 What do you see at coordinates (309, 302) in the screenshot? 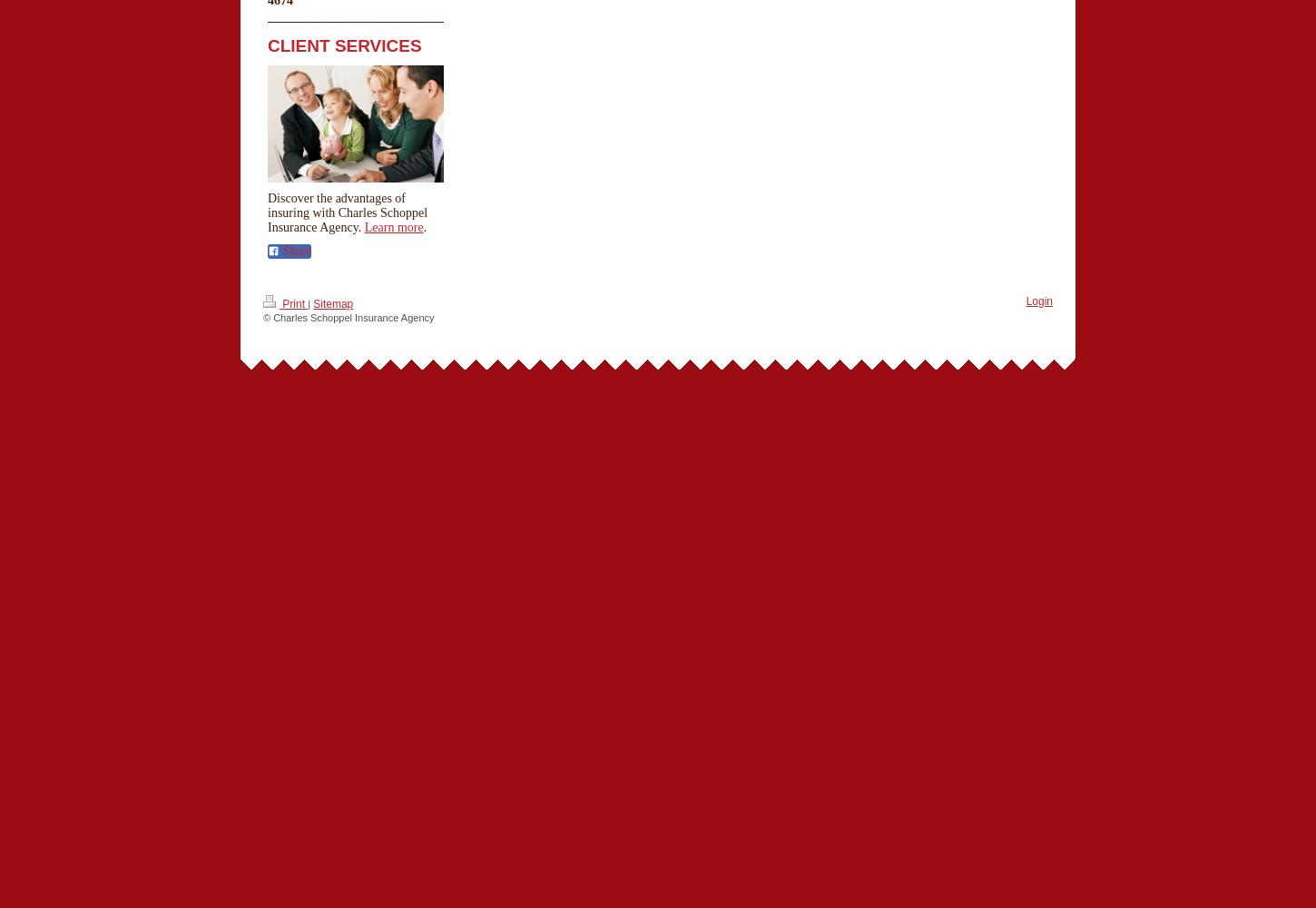
I see `'|'` at bounding box center [309, 302].